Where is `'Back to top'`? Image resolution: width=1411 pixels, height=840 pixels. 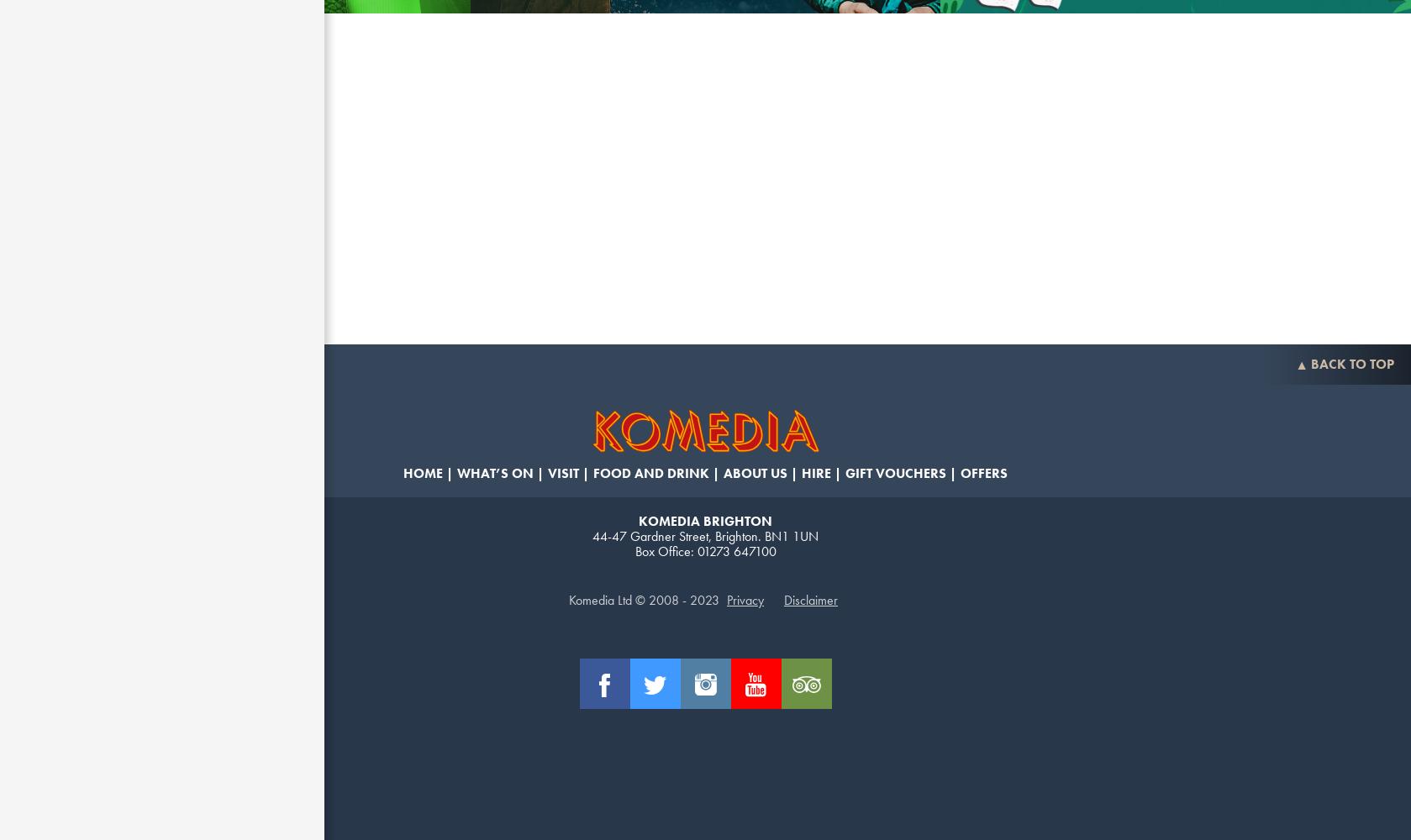
'Back to top' is located at coordinates (1309, 364).